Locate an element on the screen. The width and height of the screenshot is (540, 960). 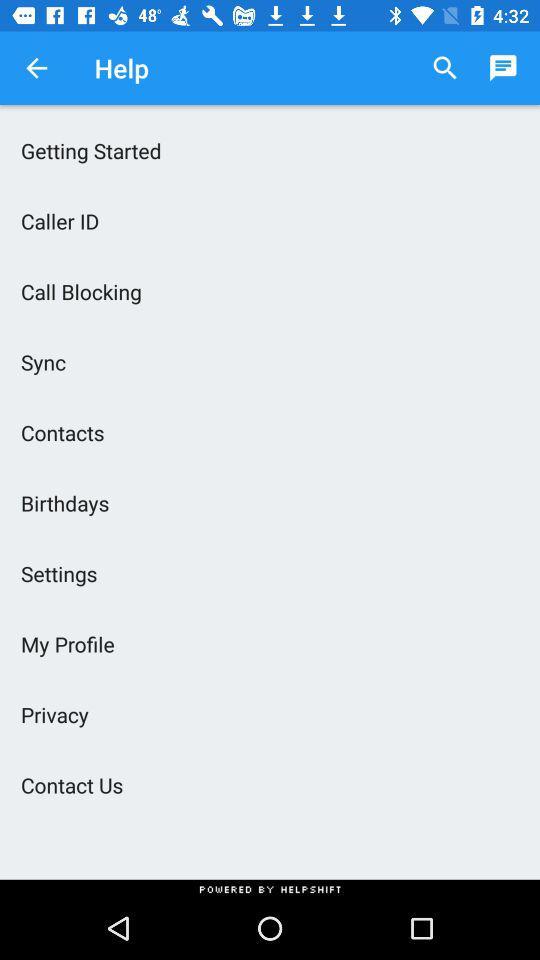
the icon above contacts item is located at coordinates (270, 361).